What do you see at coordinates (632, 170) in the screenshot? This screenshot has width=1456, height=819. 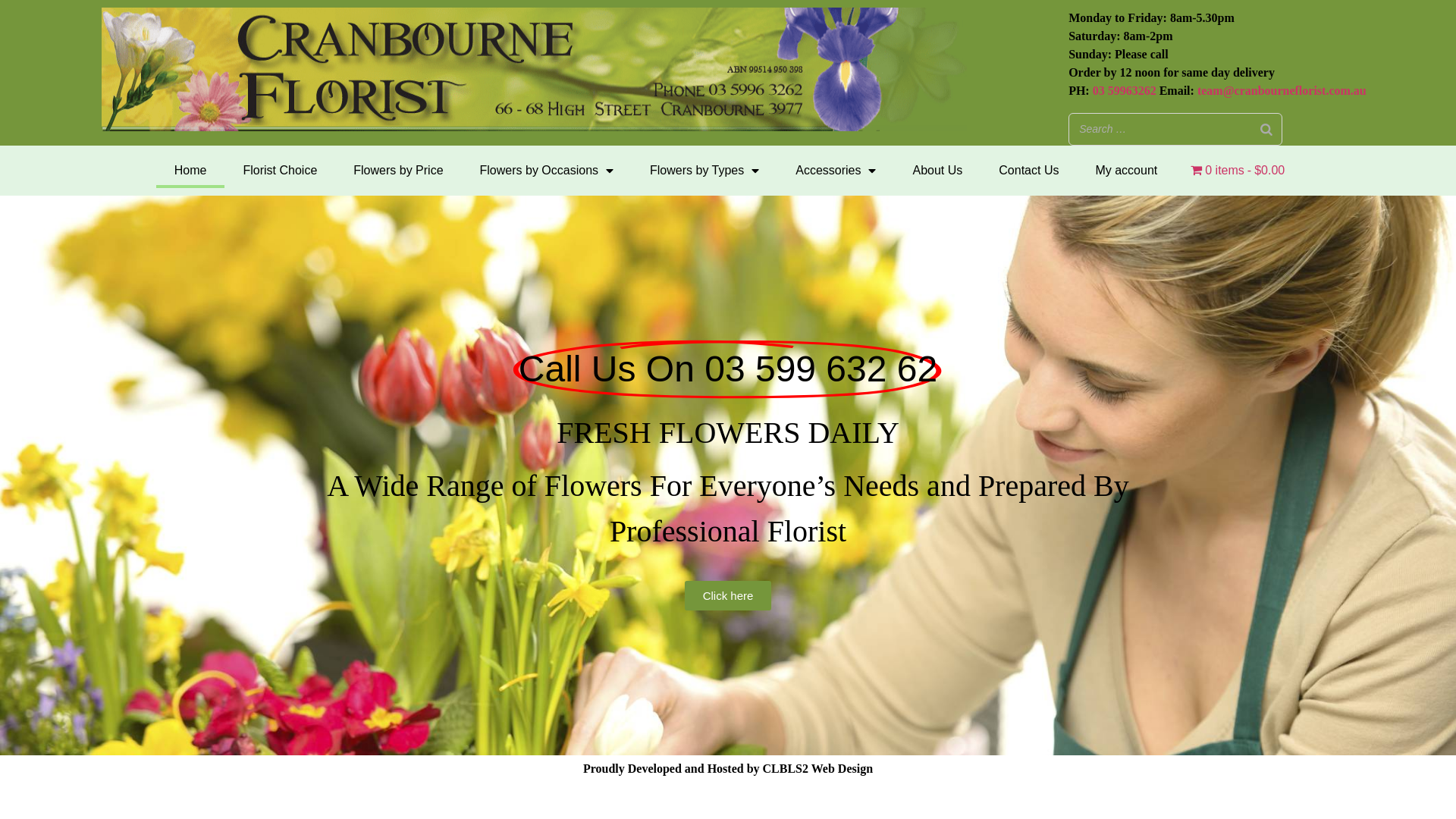 I see `'Flowers by Types'` at bounding box center [632, 170].